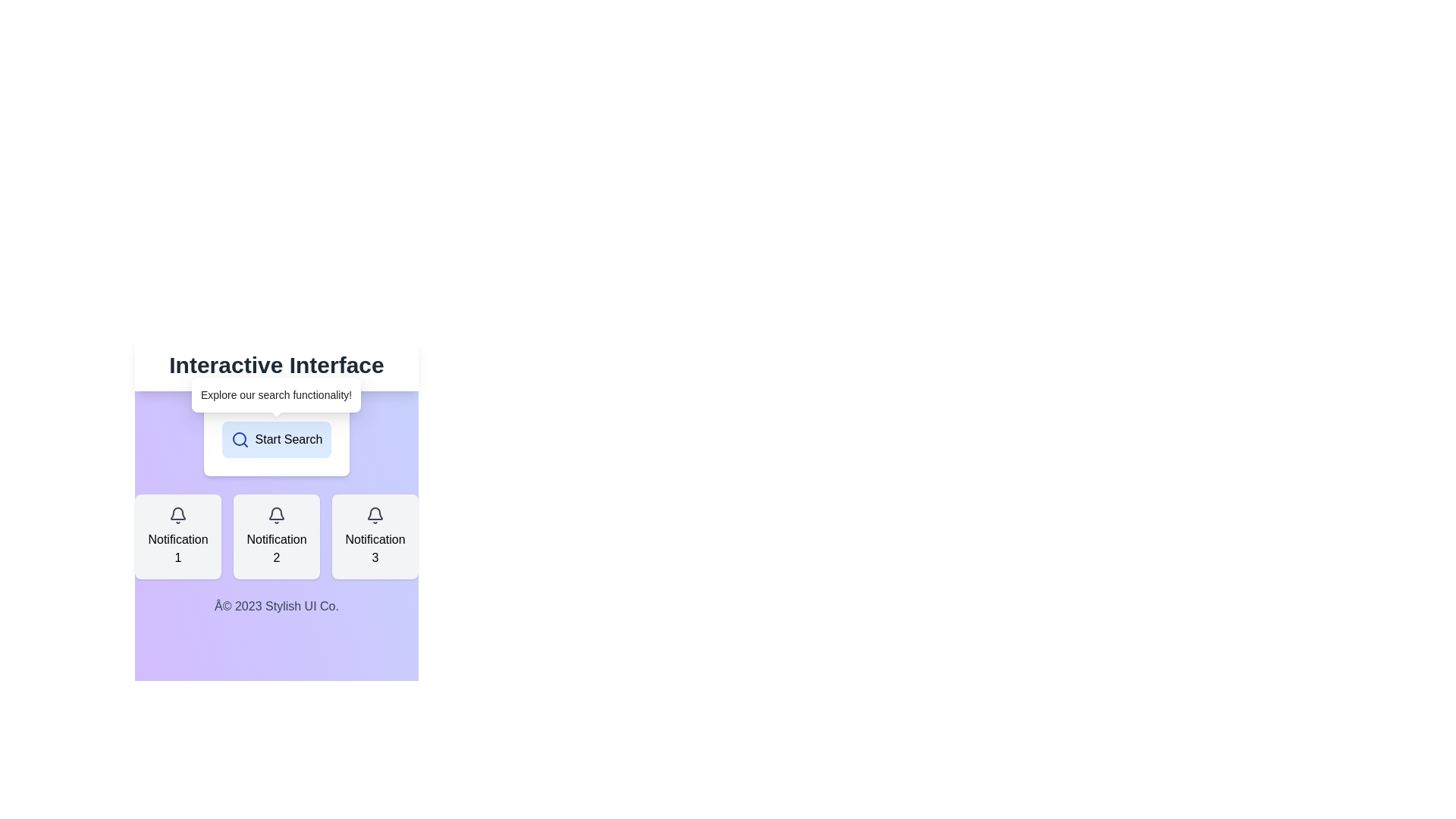 The image size is (1456, 819). What do you see at coordinates (178, 549) in the screenshot?
I see `the text label that serves as the title or description for the notification card, located at the bottom of the leftmost notification card in a grid of three cards` at bounding box center [178, 549].